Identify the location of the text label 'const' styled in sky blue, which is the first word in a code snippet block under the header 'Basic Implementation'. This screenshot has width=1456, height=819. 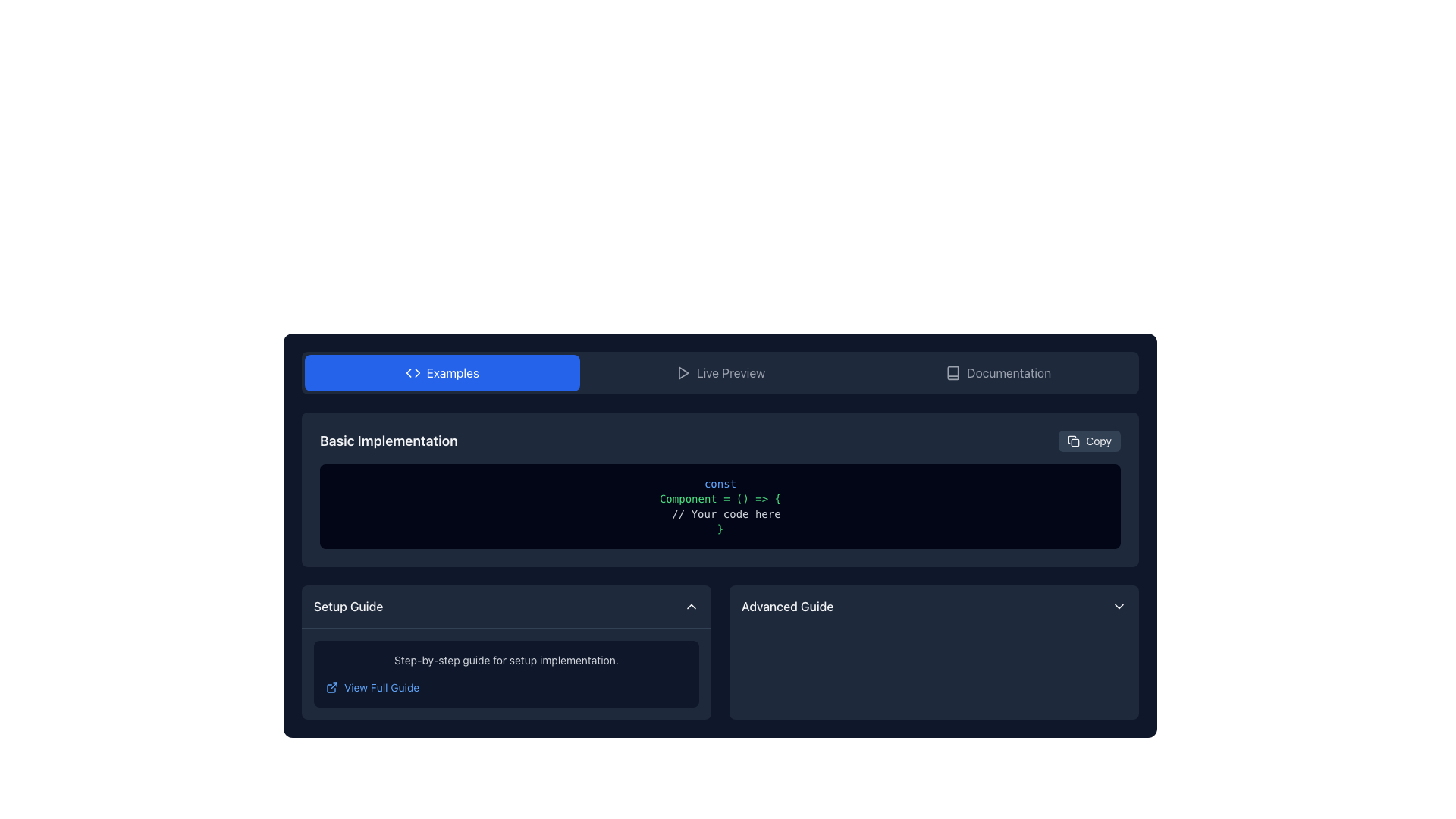
(720, 483).